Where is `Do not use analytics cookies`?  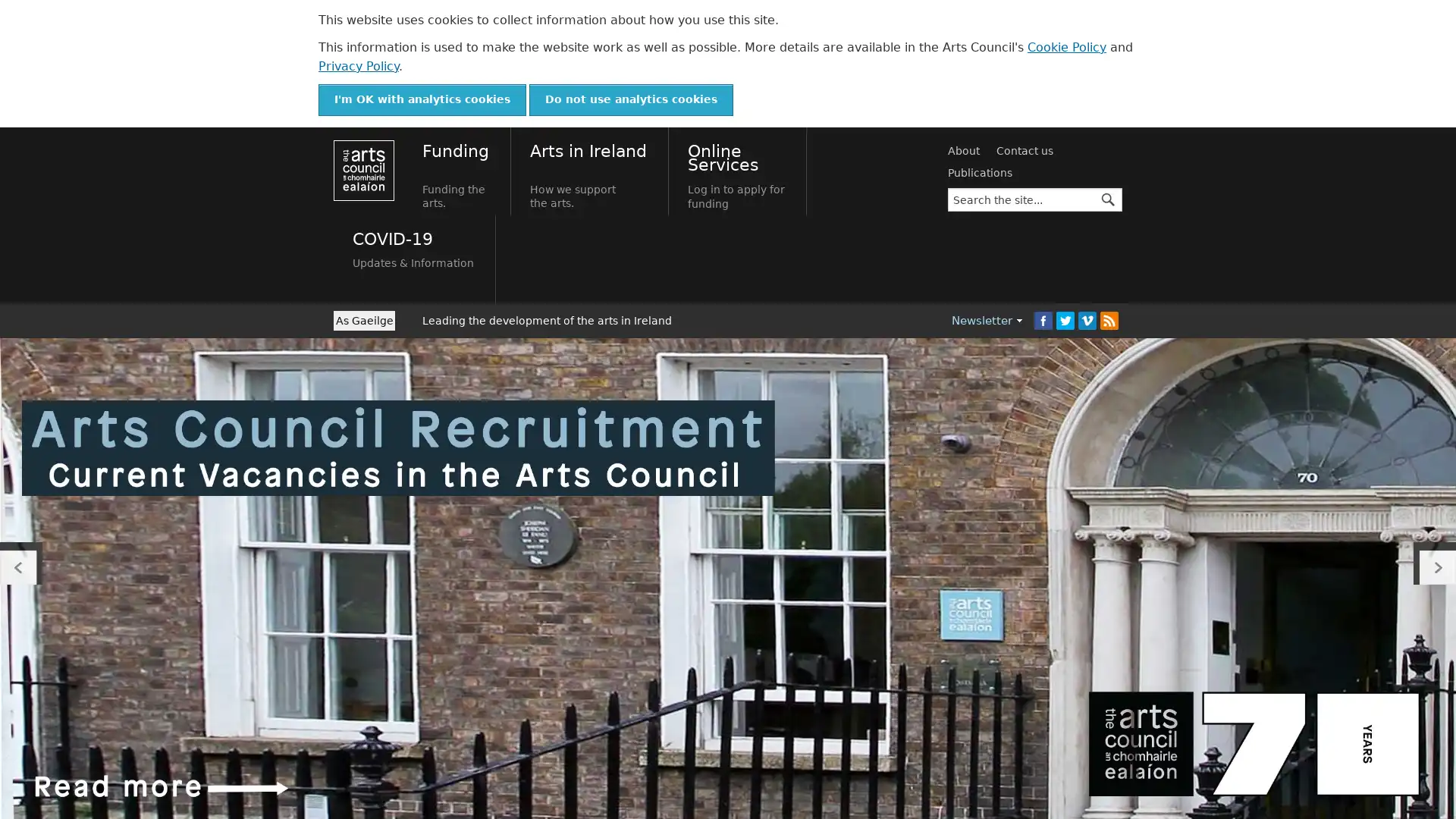
Do not use analytics cookies is located at coordinates (631, 99).